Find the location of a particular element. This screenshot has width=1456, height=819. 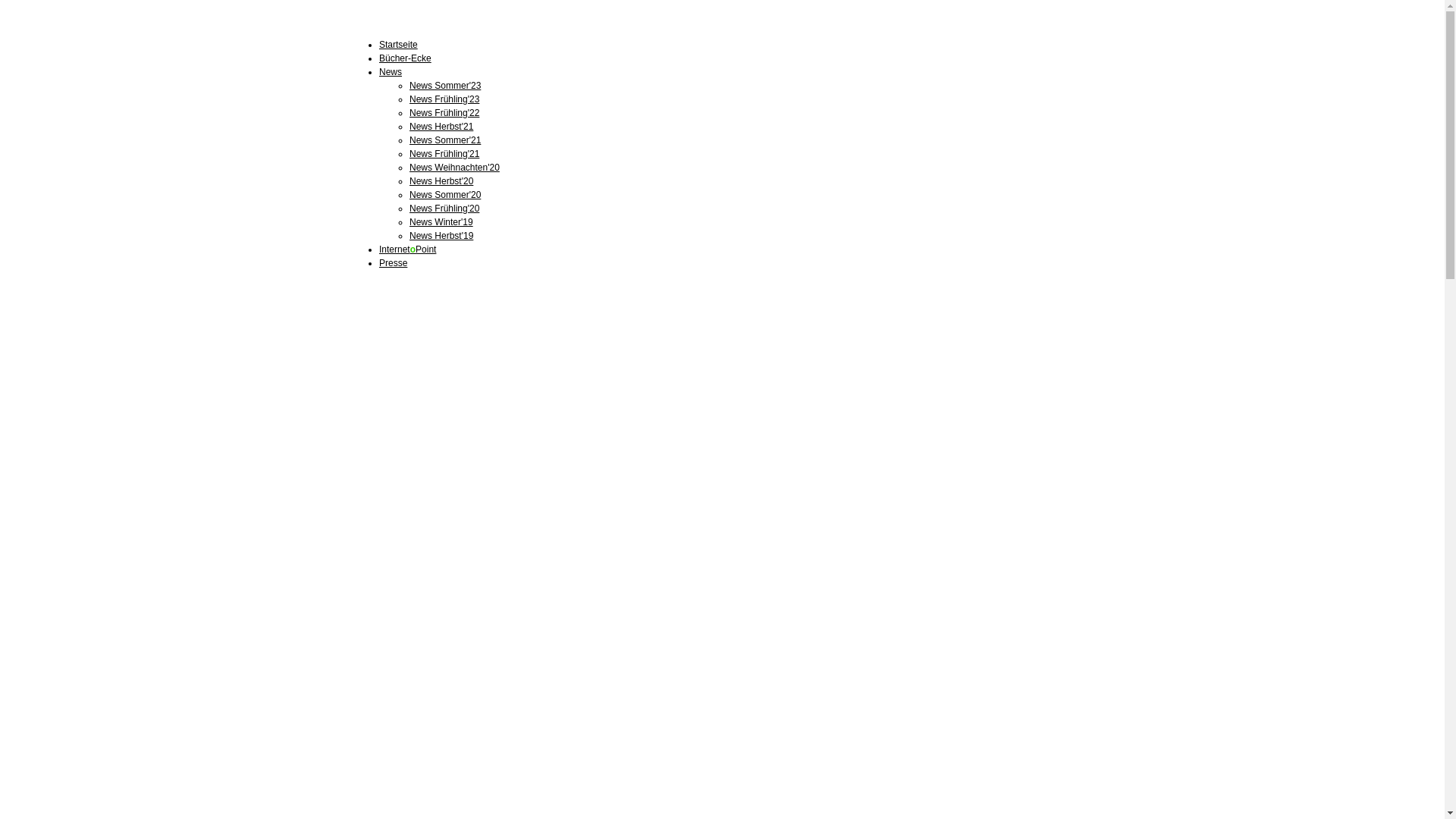

'News Herbst'19' is located at coordinates (440, 236).